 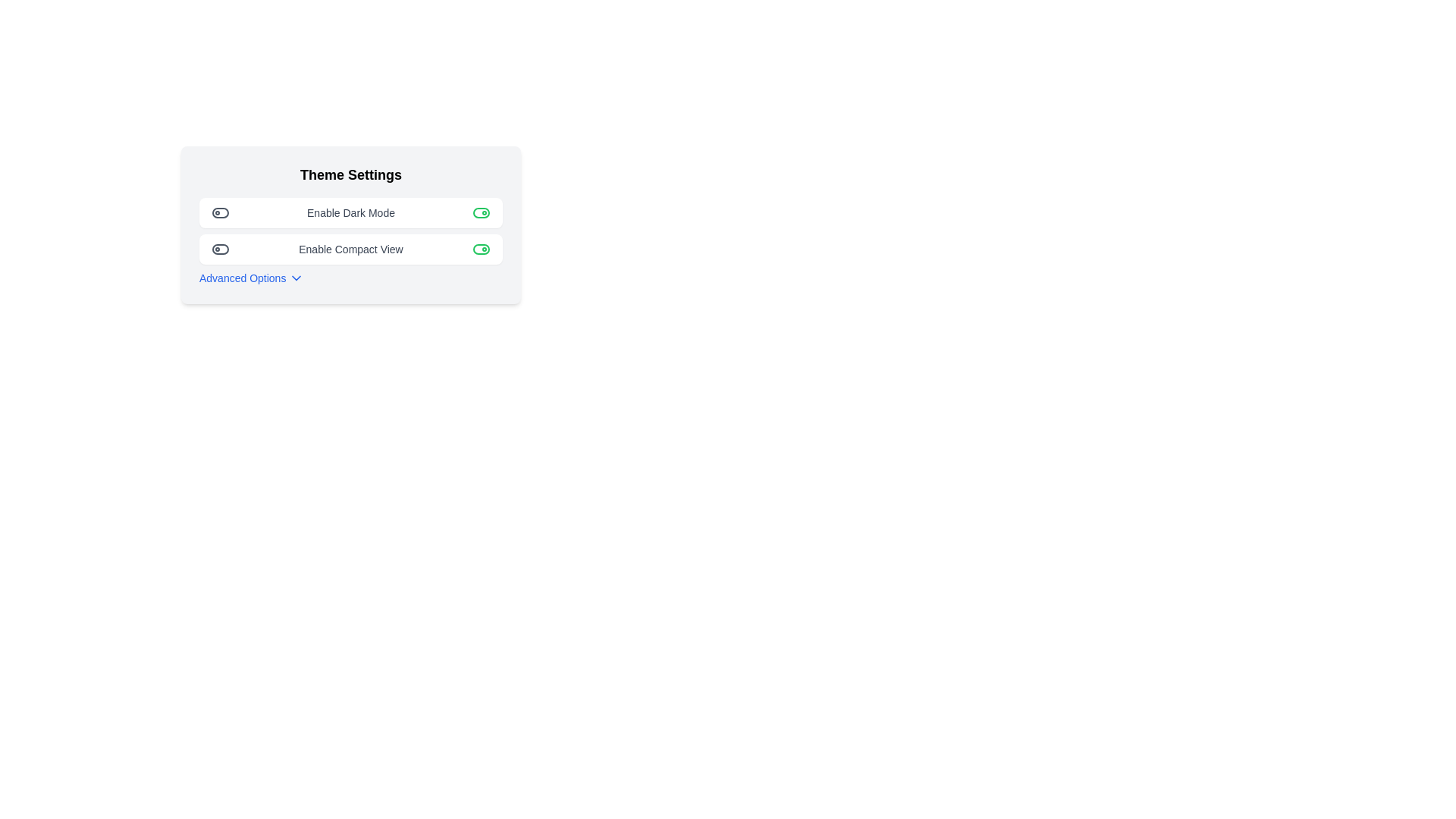 What do you see at coordinates (220, 248) in the screenshot?
I see `the background rectangle of the toggle switch located under the 'Theme Settings' header, adjacent to the 'Enable Compact View' label` at bounding box center [220, 248].